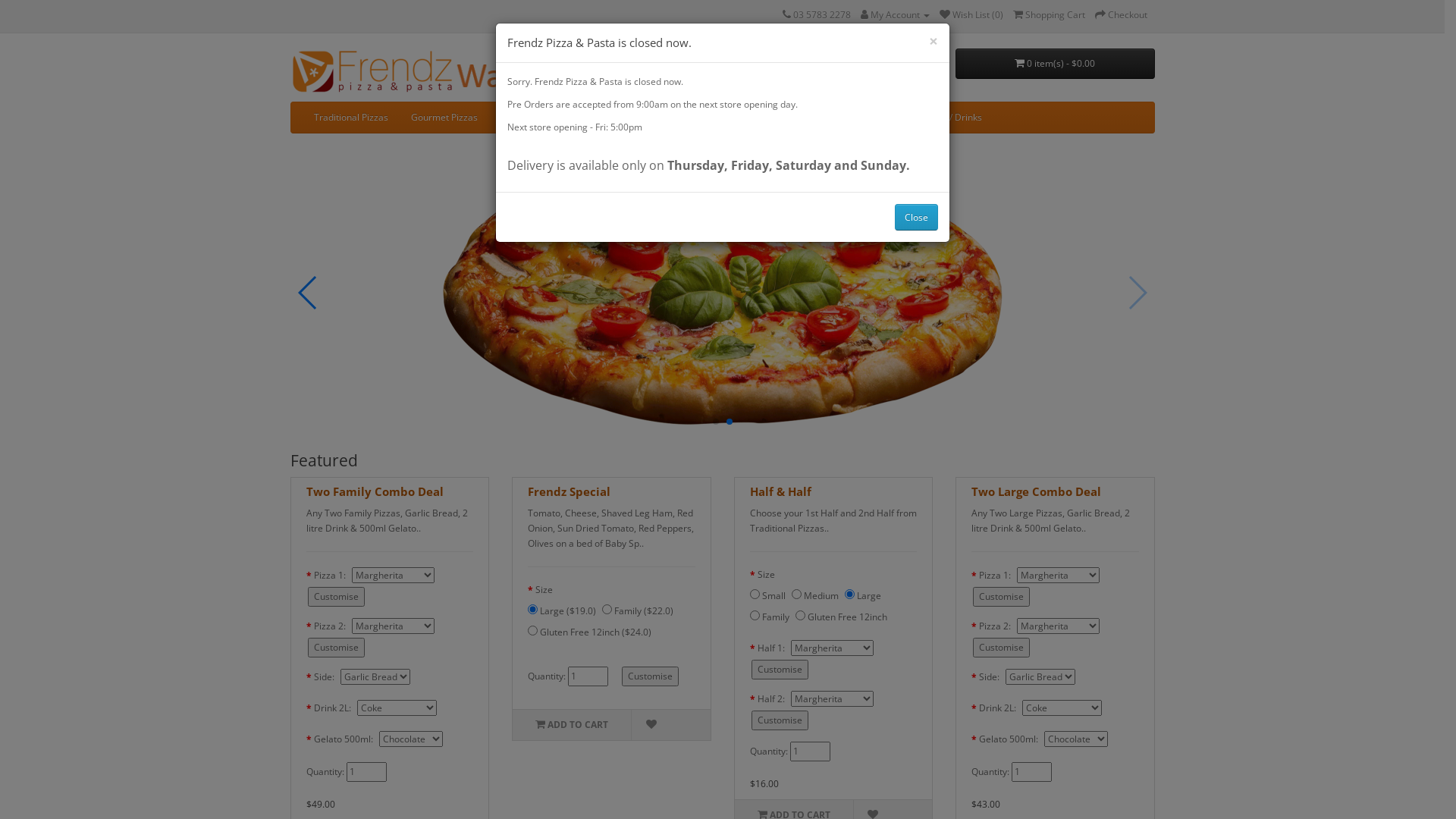  What do you see at coordinates (570, 724) in the screenshot?
I see `'ADD TO CART'` at bounding box center [570, 724].